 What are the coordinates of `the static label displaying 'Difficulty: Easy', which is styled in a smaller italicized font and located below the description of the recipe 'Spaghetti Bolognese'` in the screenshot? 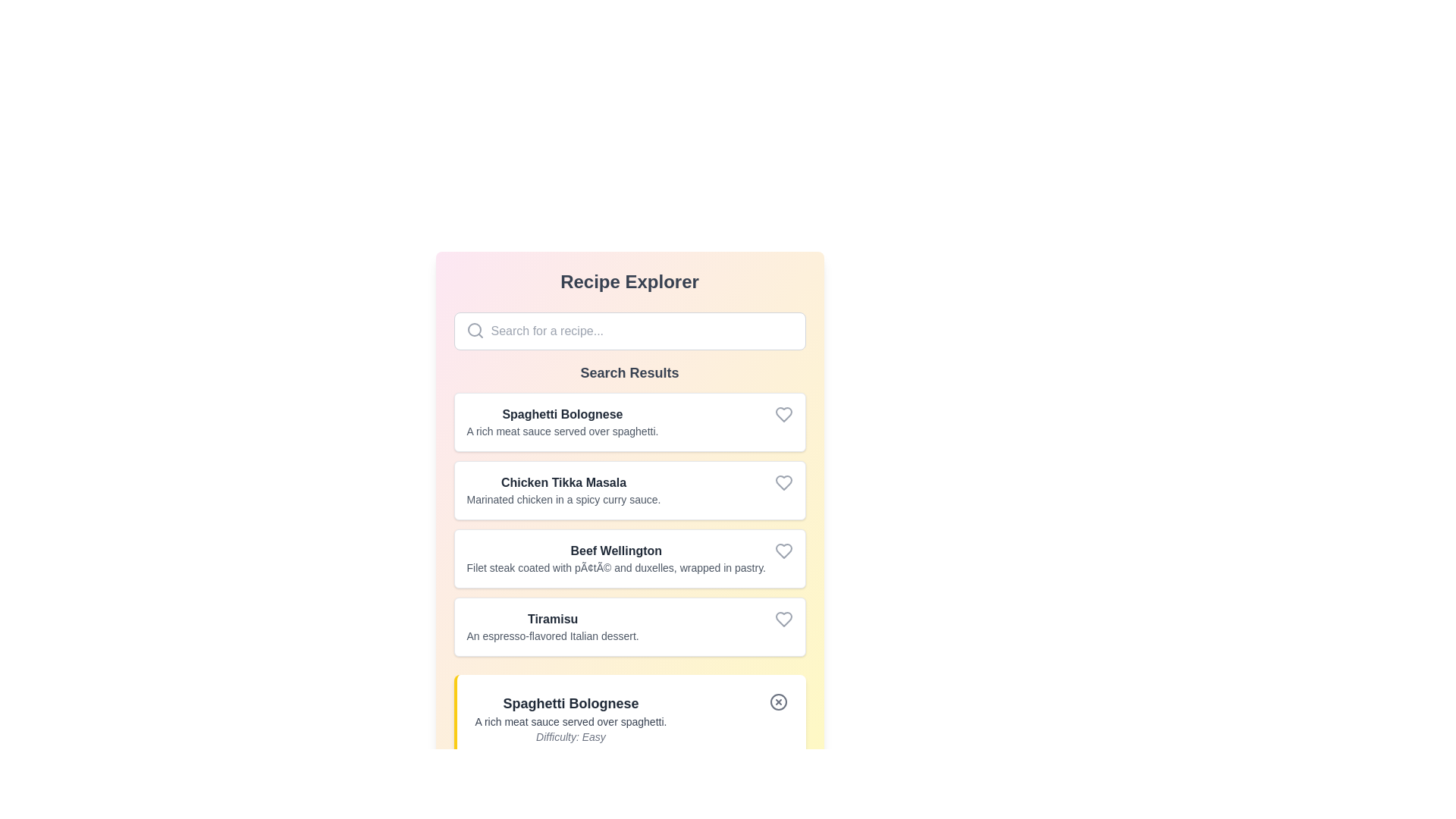 It's located at (570, 736).